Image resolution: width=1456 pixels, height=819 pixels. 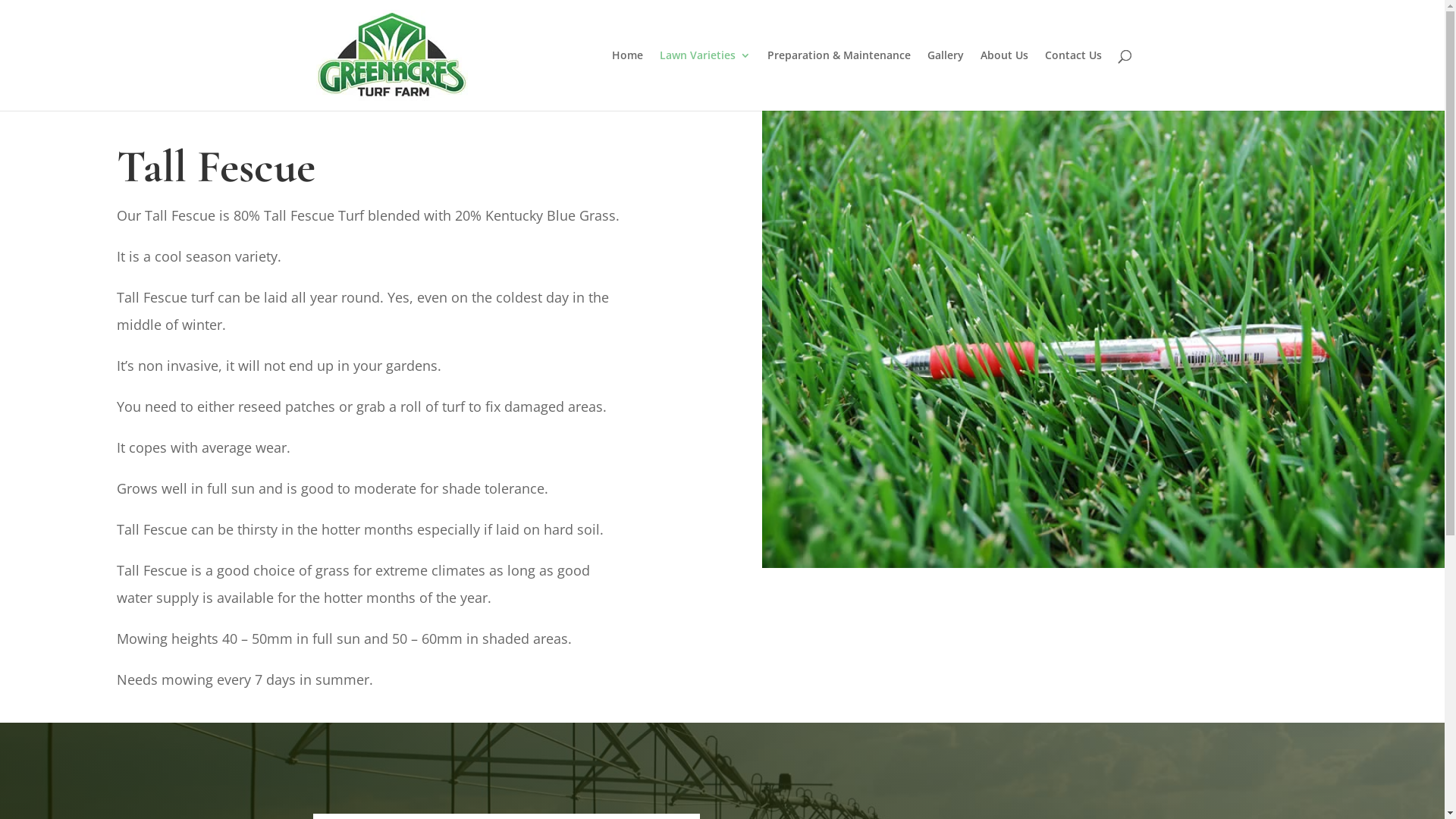 I want to click on 'Preparation & Maintenance', so click(x=838, y=80).